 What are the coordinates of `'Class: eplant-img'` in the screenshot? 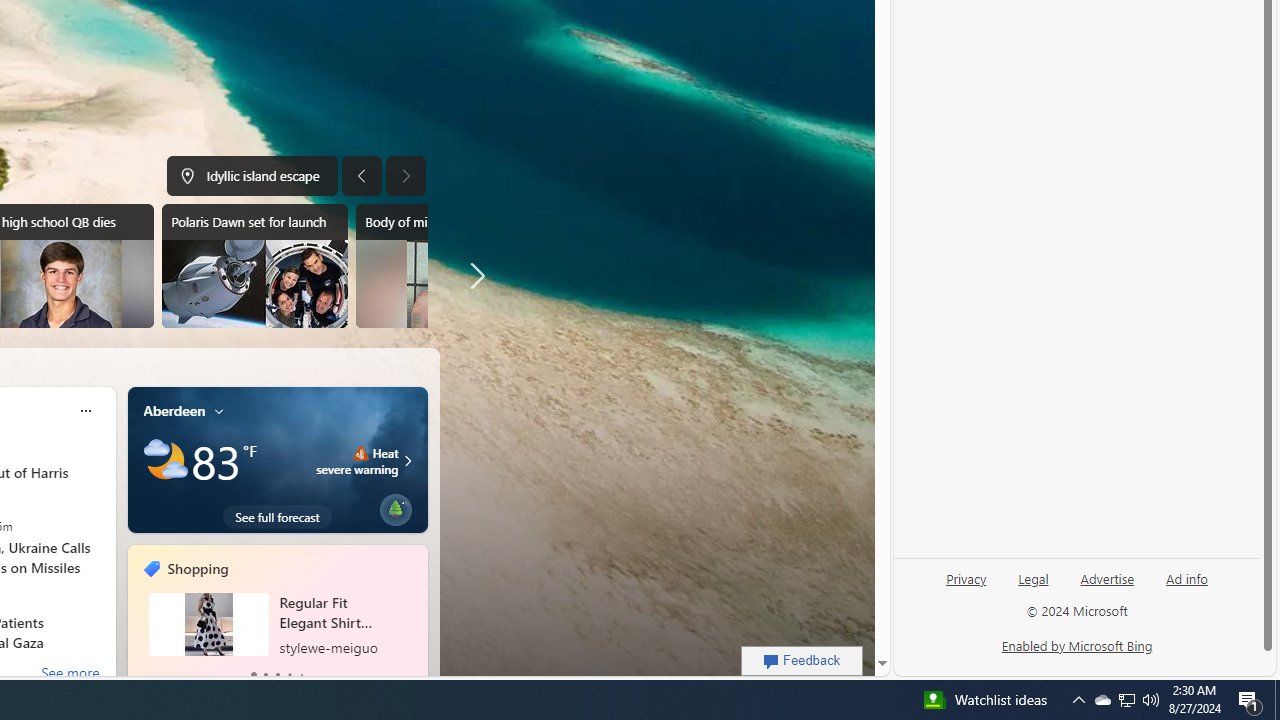 It's located at (395, 505).